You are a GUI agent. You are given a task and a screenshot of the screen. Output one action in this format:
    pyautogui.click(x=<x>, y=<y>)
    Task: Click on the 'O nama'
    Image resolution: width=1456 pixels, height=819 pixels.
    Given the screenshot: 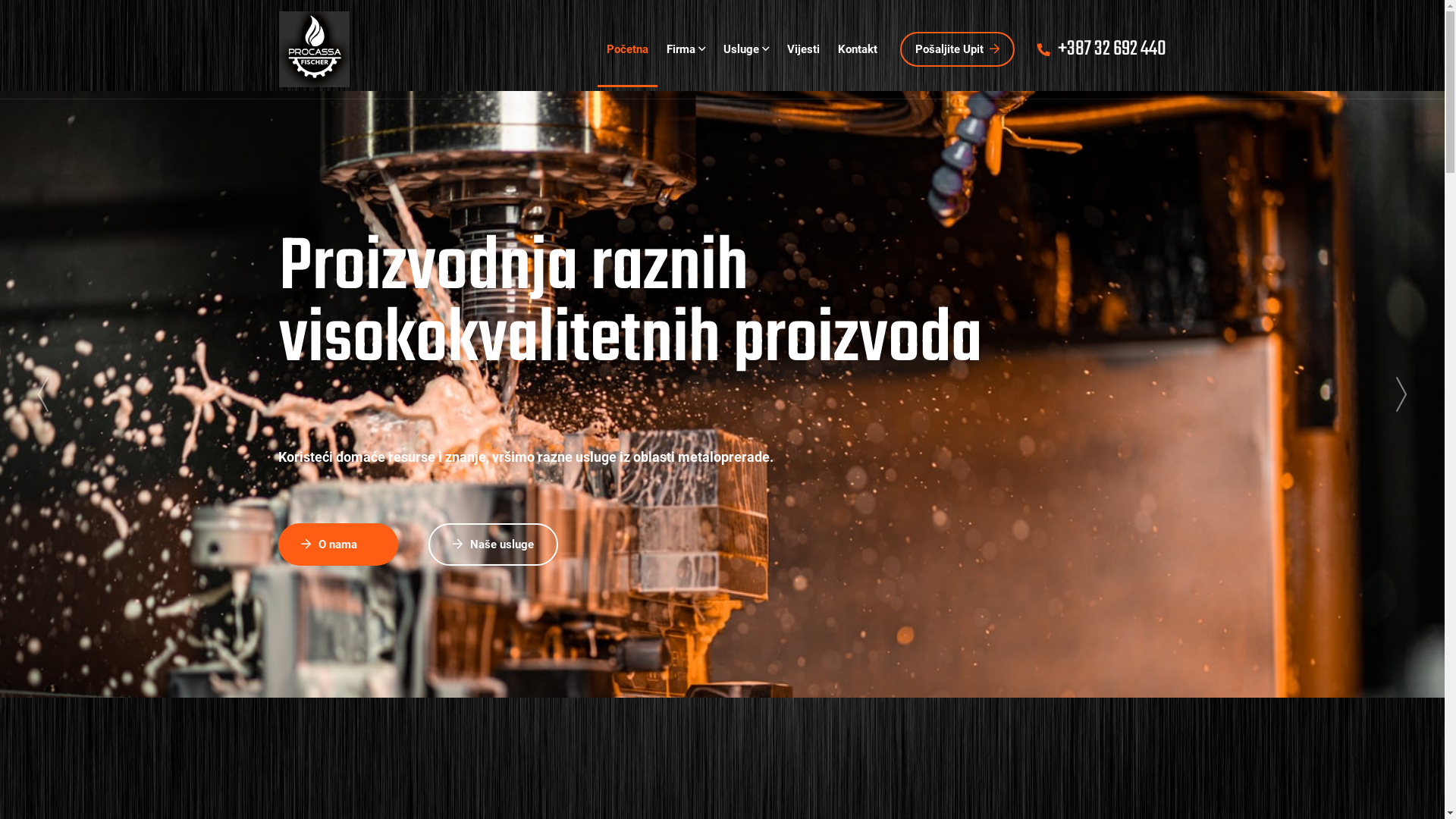 What is the action you would take?
    pyautogui.click(x=337, y=543)
    